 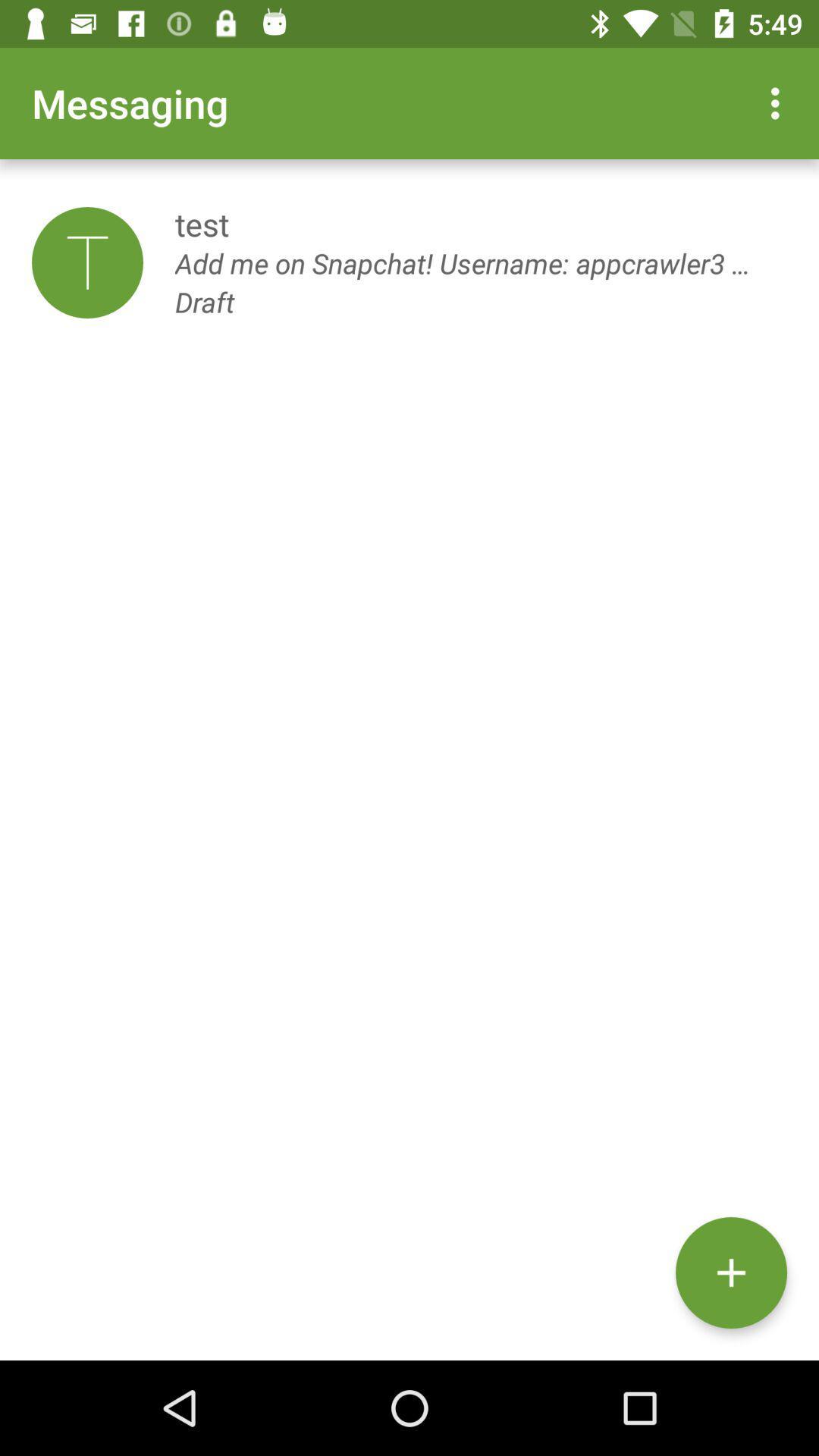 What do you see at coordinates (779, 102) in the screenshot?
I see `icon next to messaging app` at bounding box center [779, 102].